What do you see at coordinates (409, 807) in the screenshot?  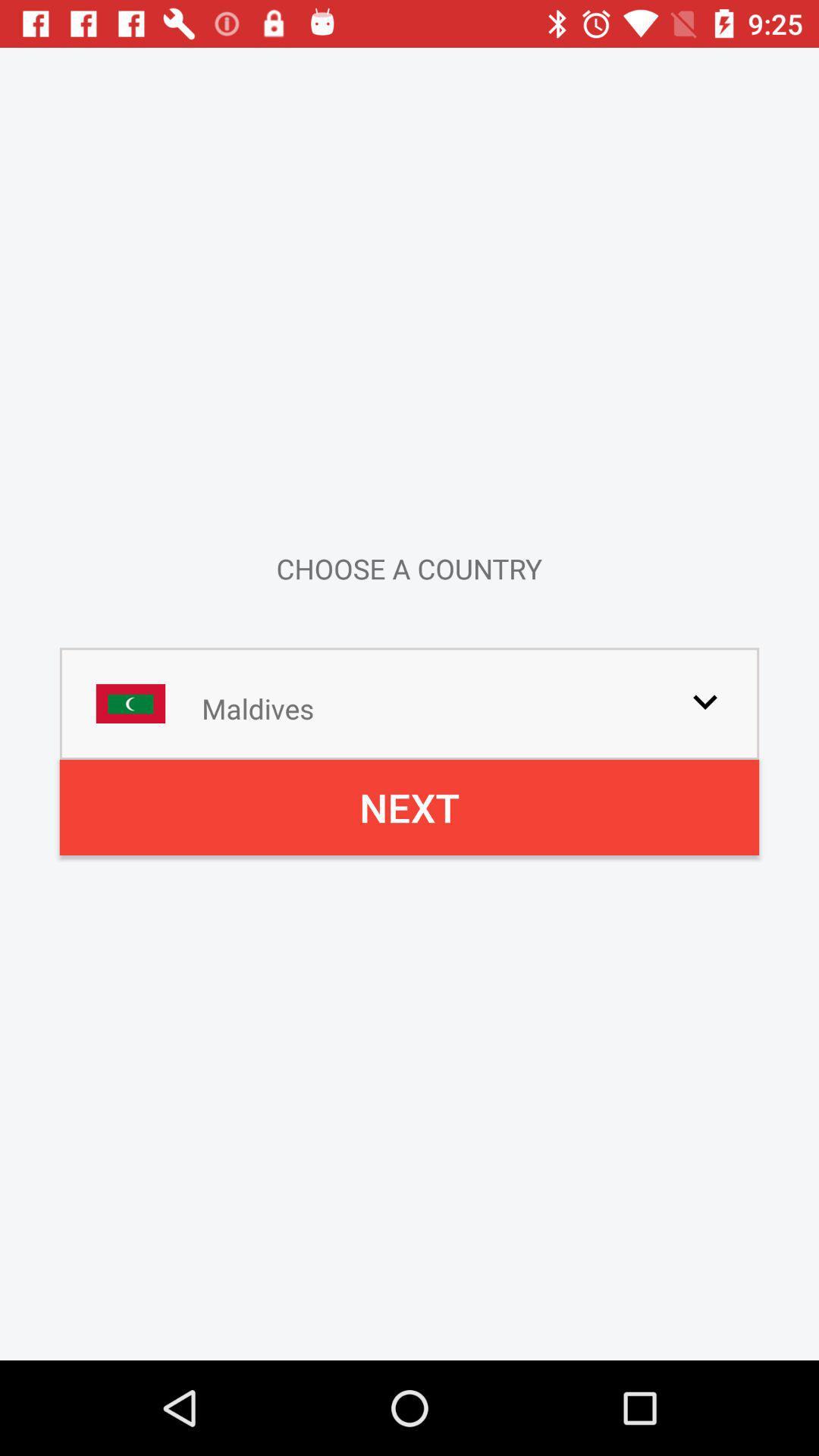 I see `the next icon` at bounding box center [409, 807].